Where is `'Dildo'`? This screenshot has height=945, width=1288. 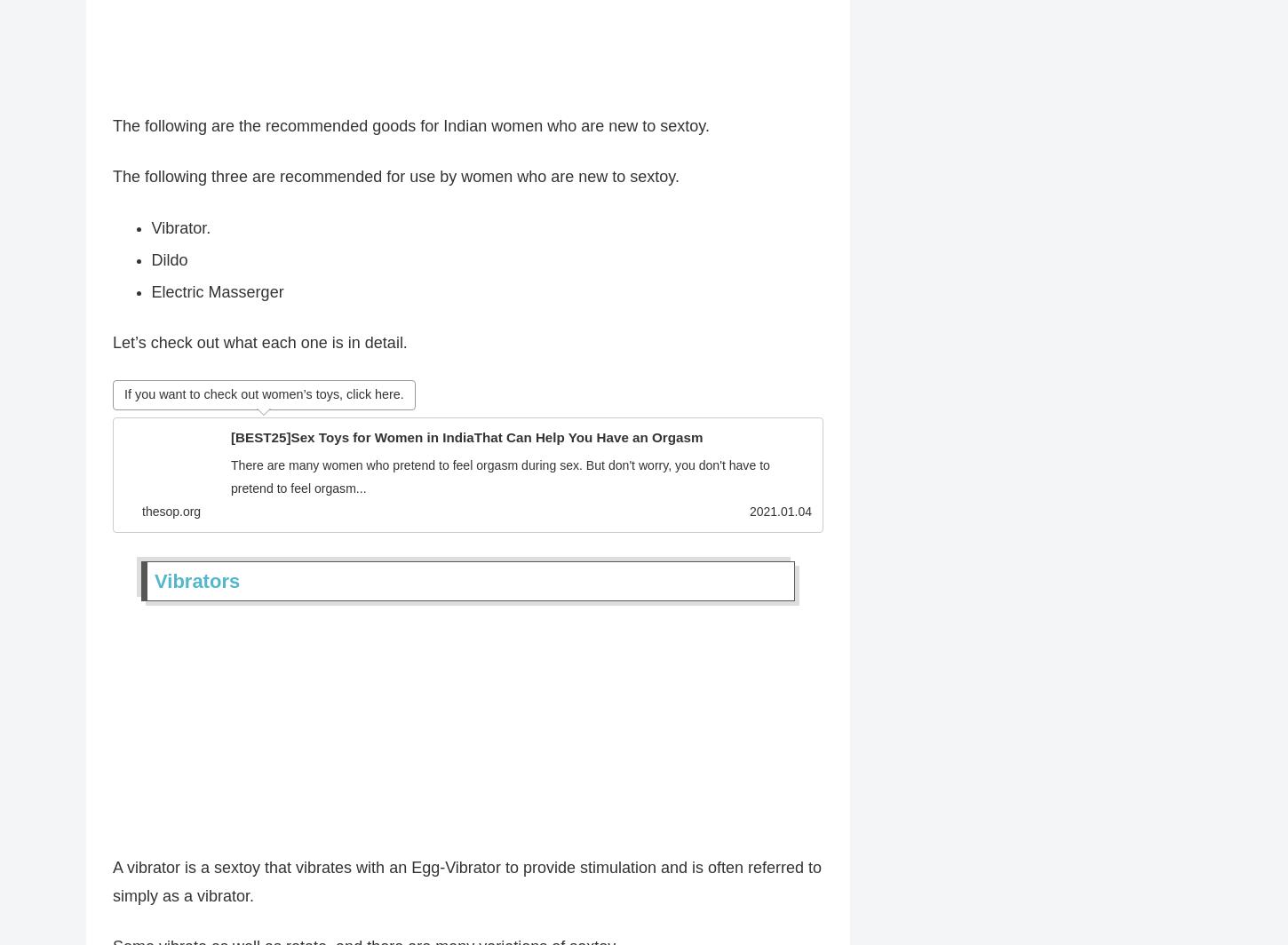
'Dildo' is located at coordinates (168, 265).